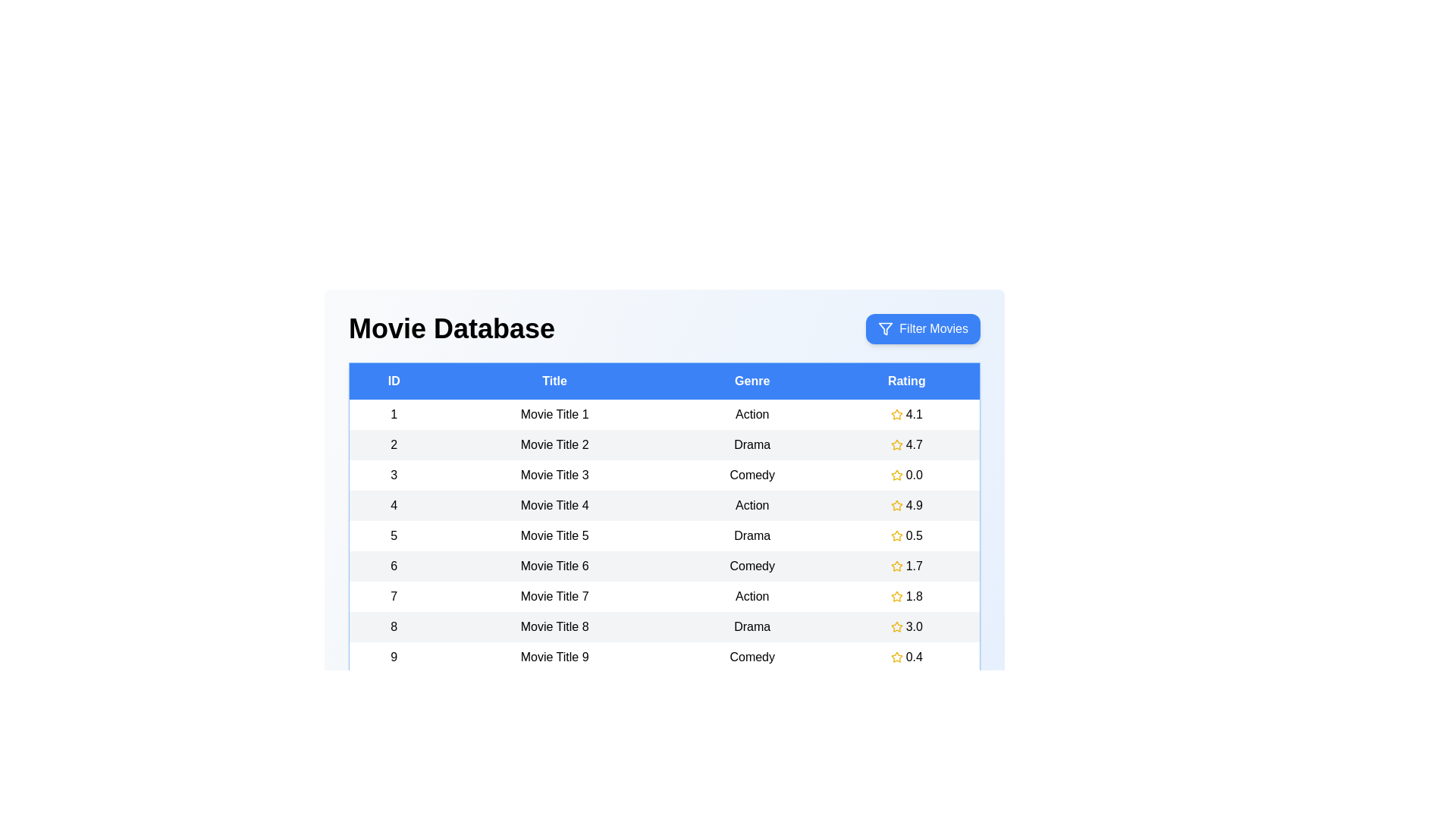 The height and width of the screenshot is (819, 1456). Describe the element at coordinates (554, 380) in the screenshot. I see `the column header to sort the table by Title` at that location.